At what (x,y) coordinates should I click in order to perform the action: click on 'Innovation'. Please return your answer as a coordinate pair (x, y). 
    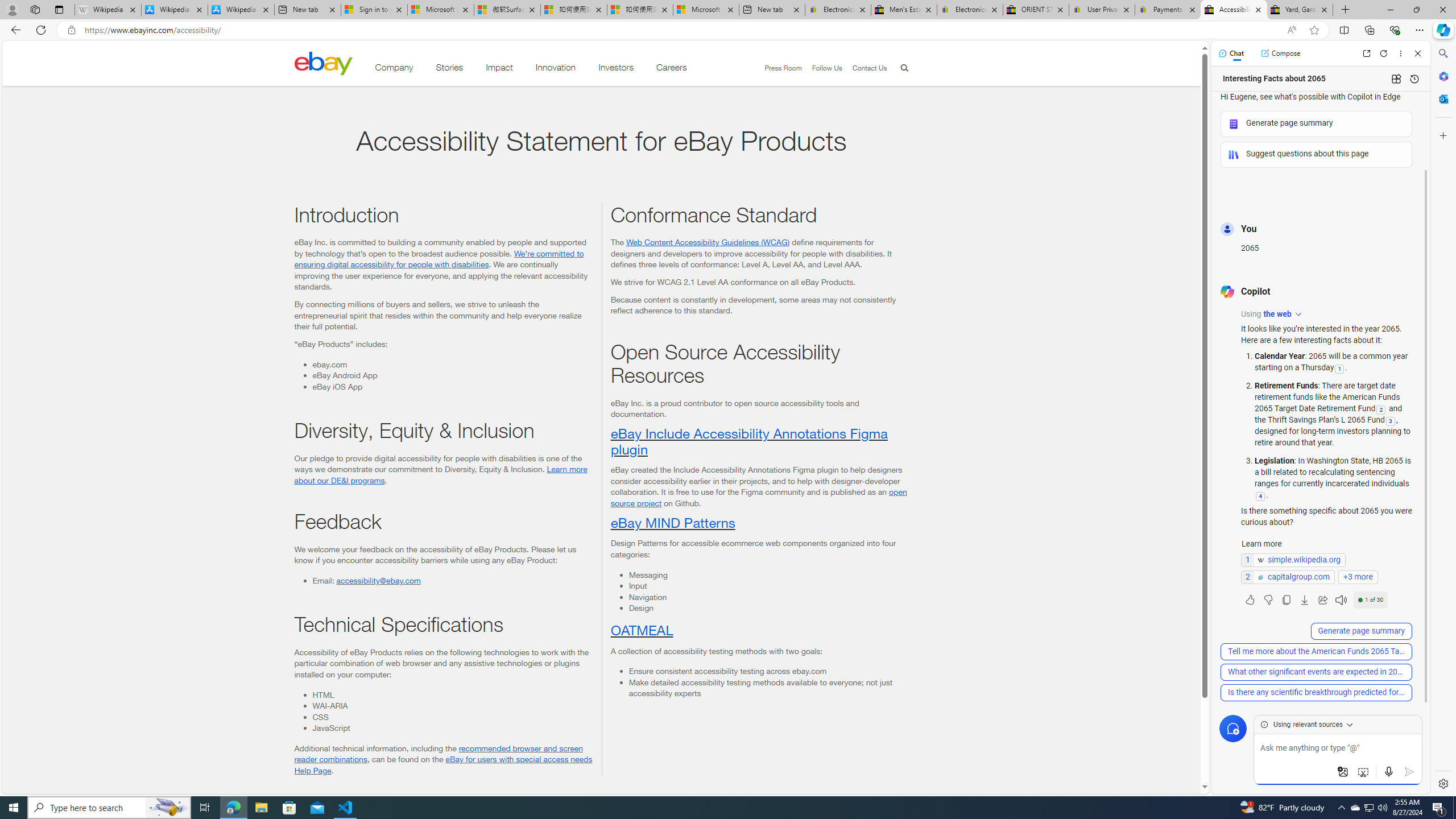
    Looking at the image, I should click on (556, 69).